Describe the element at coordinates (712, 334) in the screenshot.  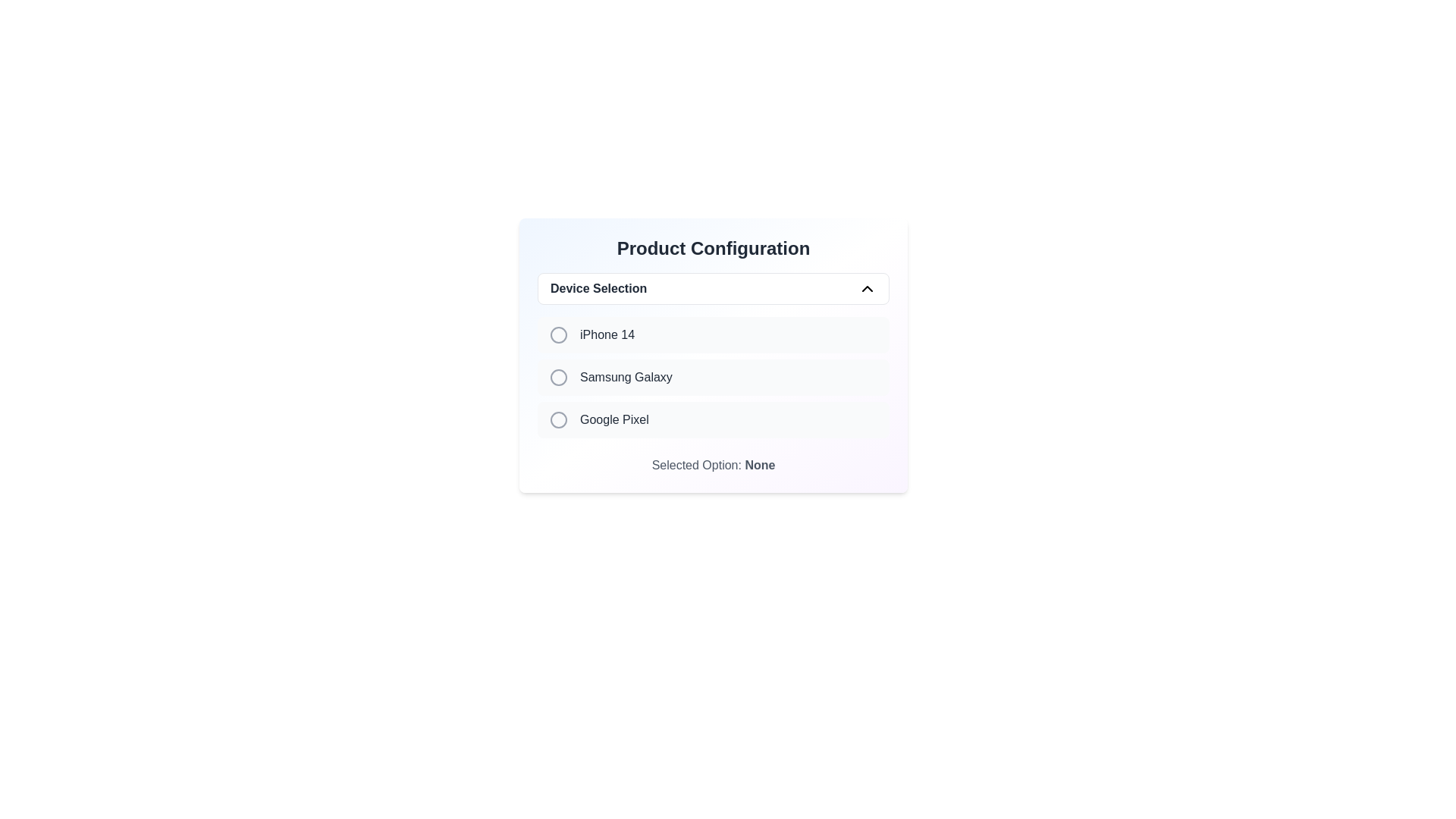
I see `the 'iPhone 14' radio button` at that location.